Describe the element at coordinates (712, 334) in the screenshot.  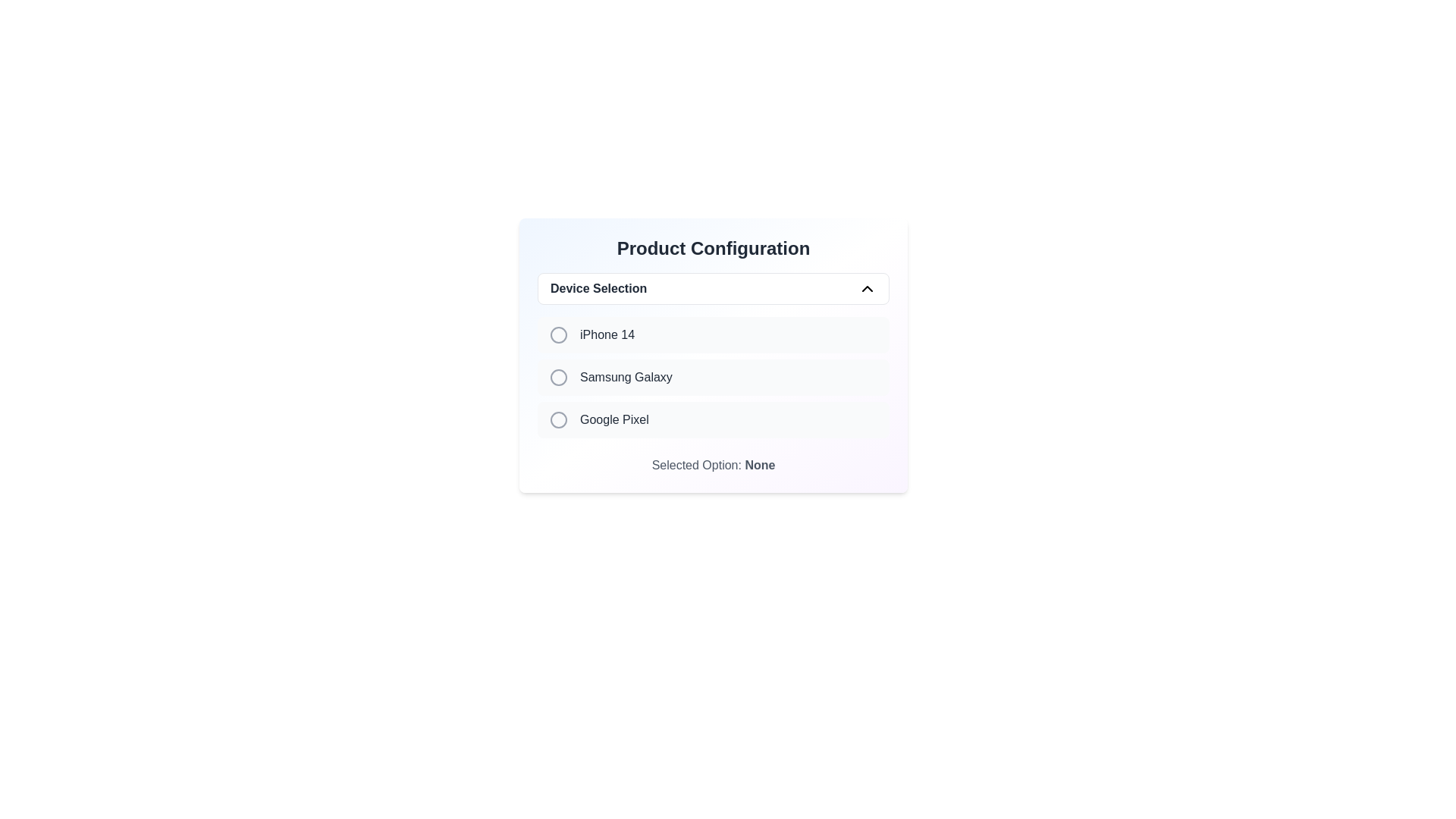
I see `the 'iPhone 14' radio button` at that location.